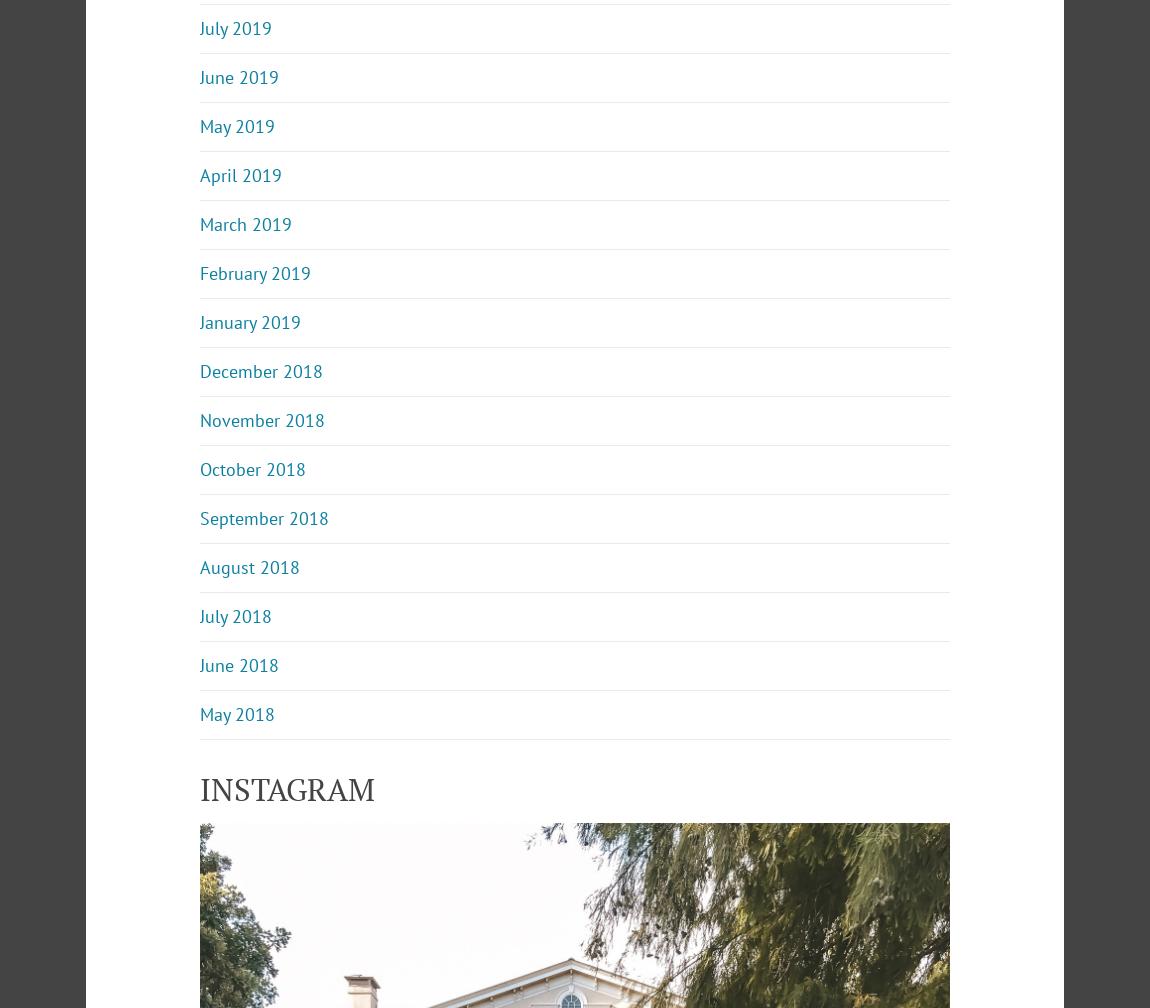 The height and width of the screenshot is (1008, 1150). Describe the element at coordinates (238, 76) in the screenshot. I see `'June 2019'` at that location.